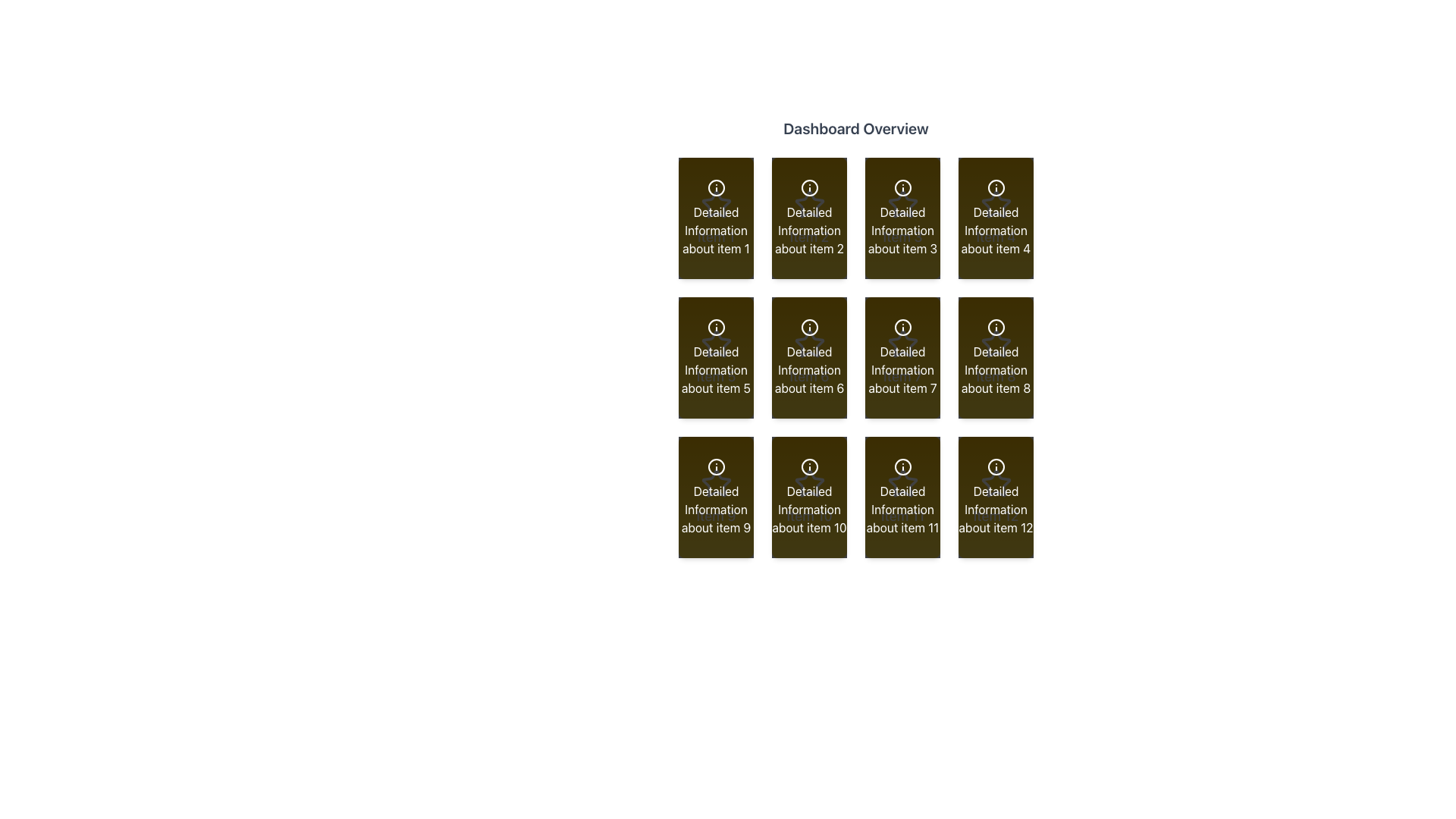  I want to click on the static text label providing descriptive information related to 'item 6', located in the second row and second column of a 3x4 grid layout, so click(808, 370).